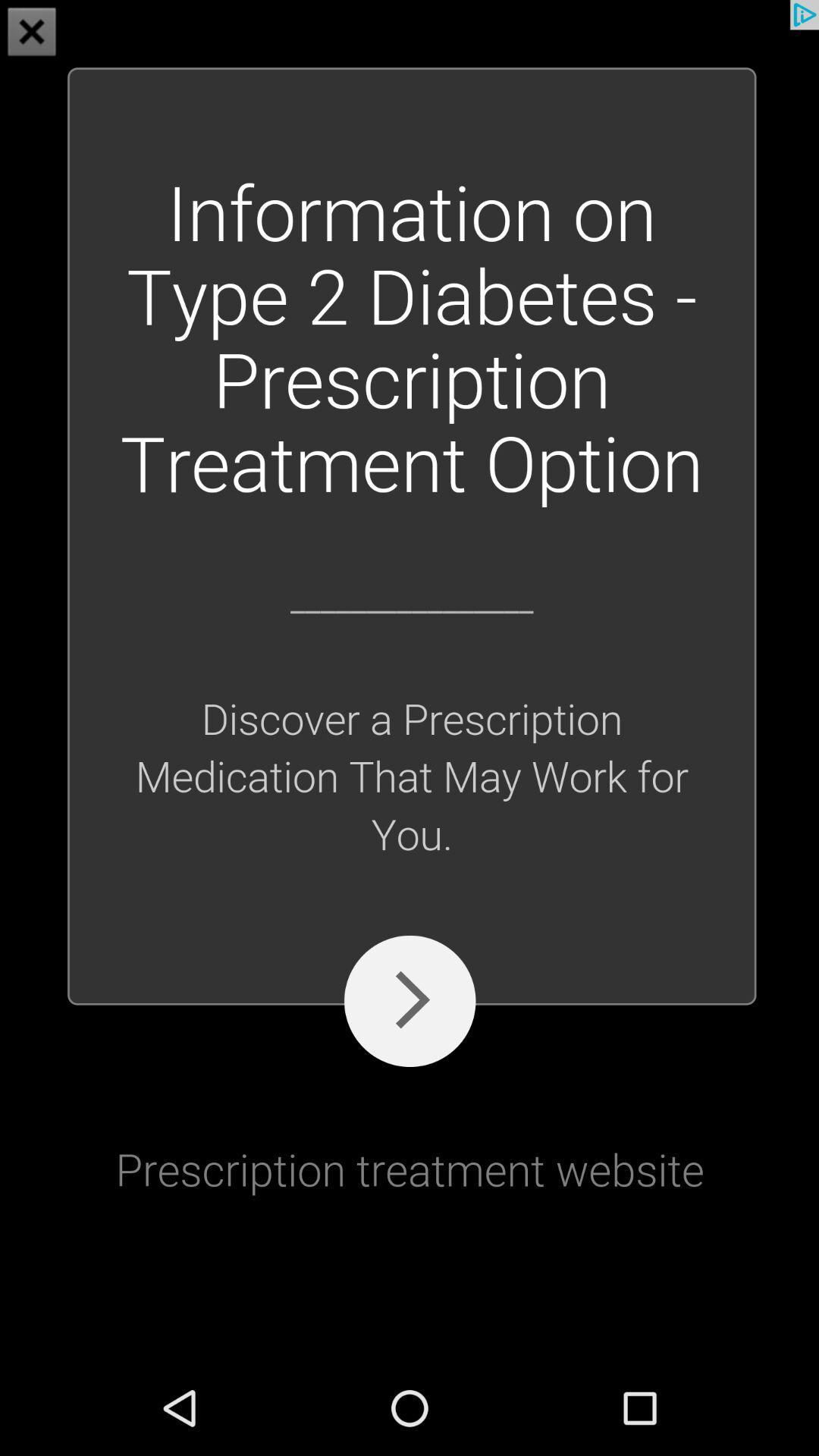 The height and width of the screenshot is (1456, 819). I want to click on the close icon, so click(32, 33).